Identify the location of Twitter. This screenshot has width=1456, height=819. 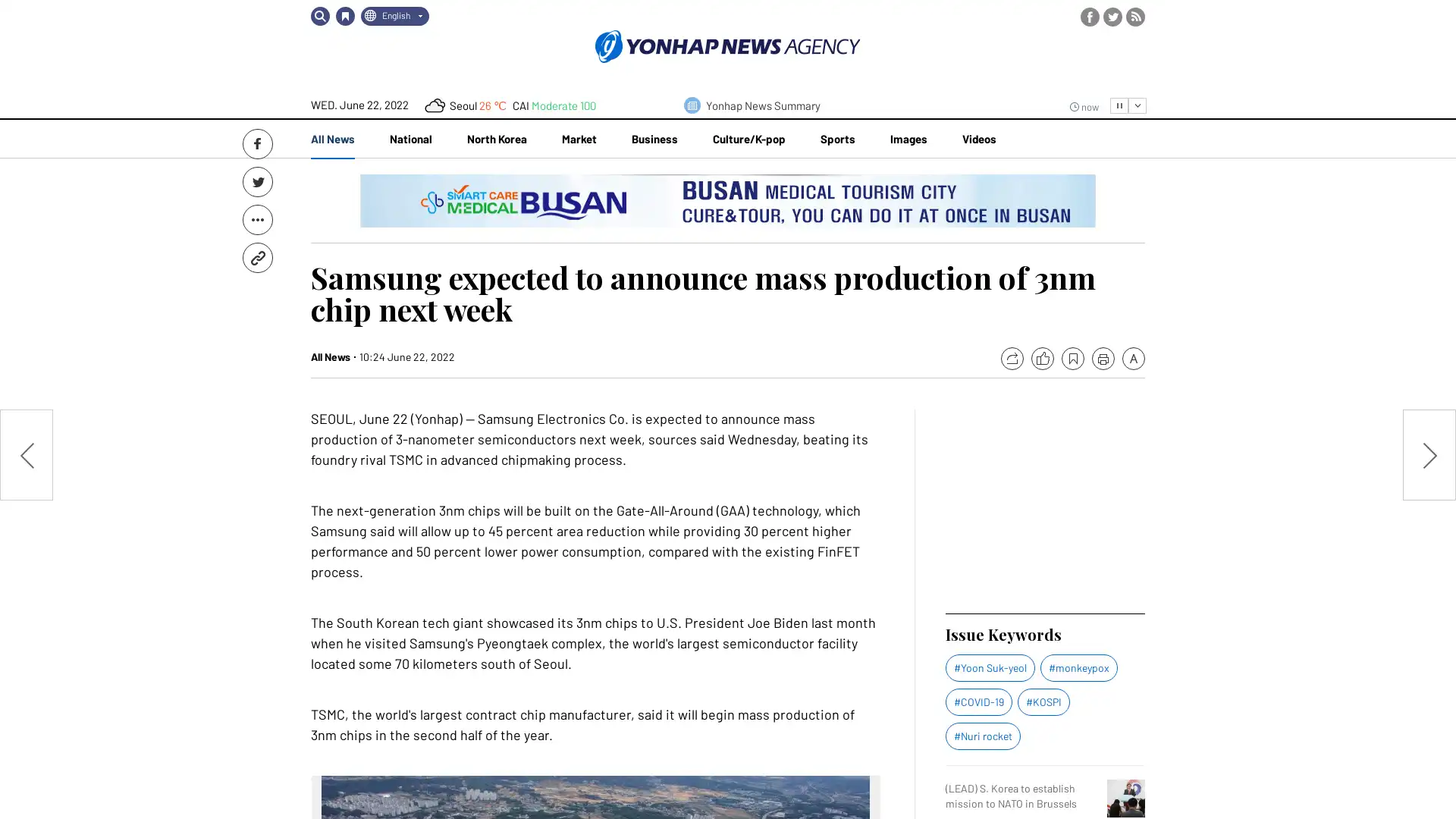
(258, 180).